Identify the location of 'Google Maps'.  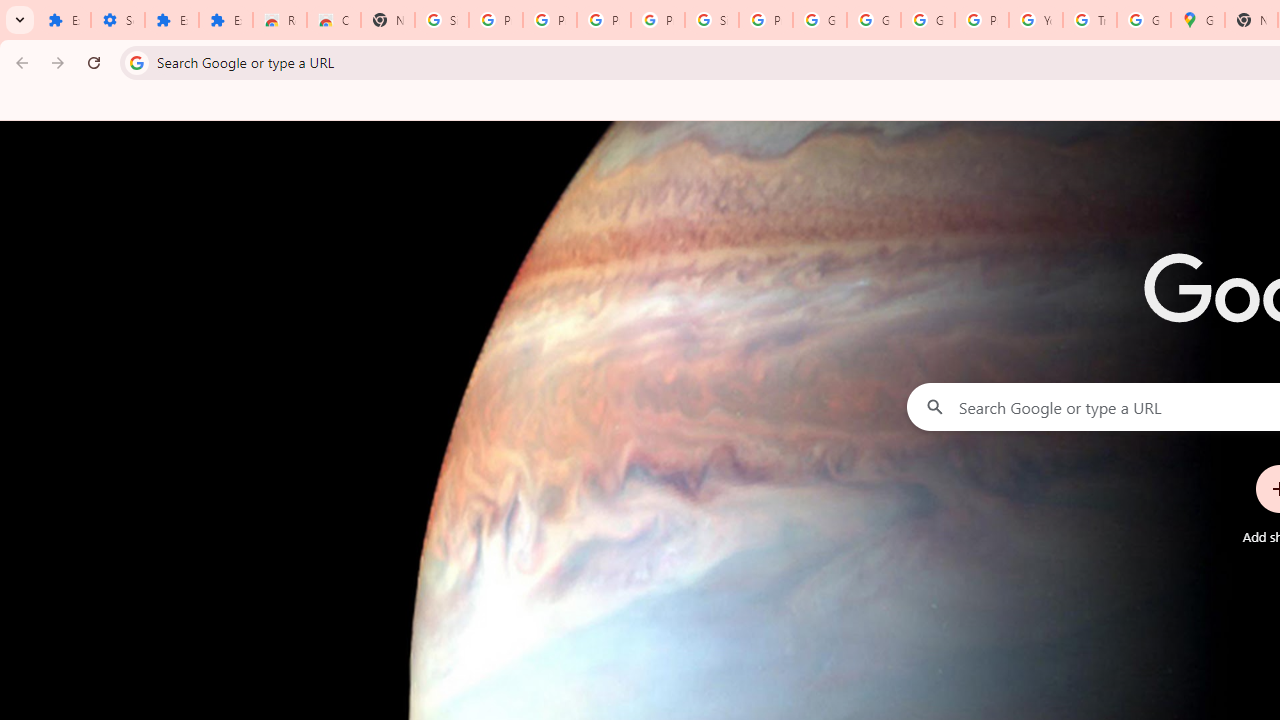
(1198, 20).